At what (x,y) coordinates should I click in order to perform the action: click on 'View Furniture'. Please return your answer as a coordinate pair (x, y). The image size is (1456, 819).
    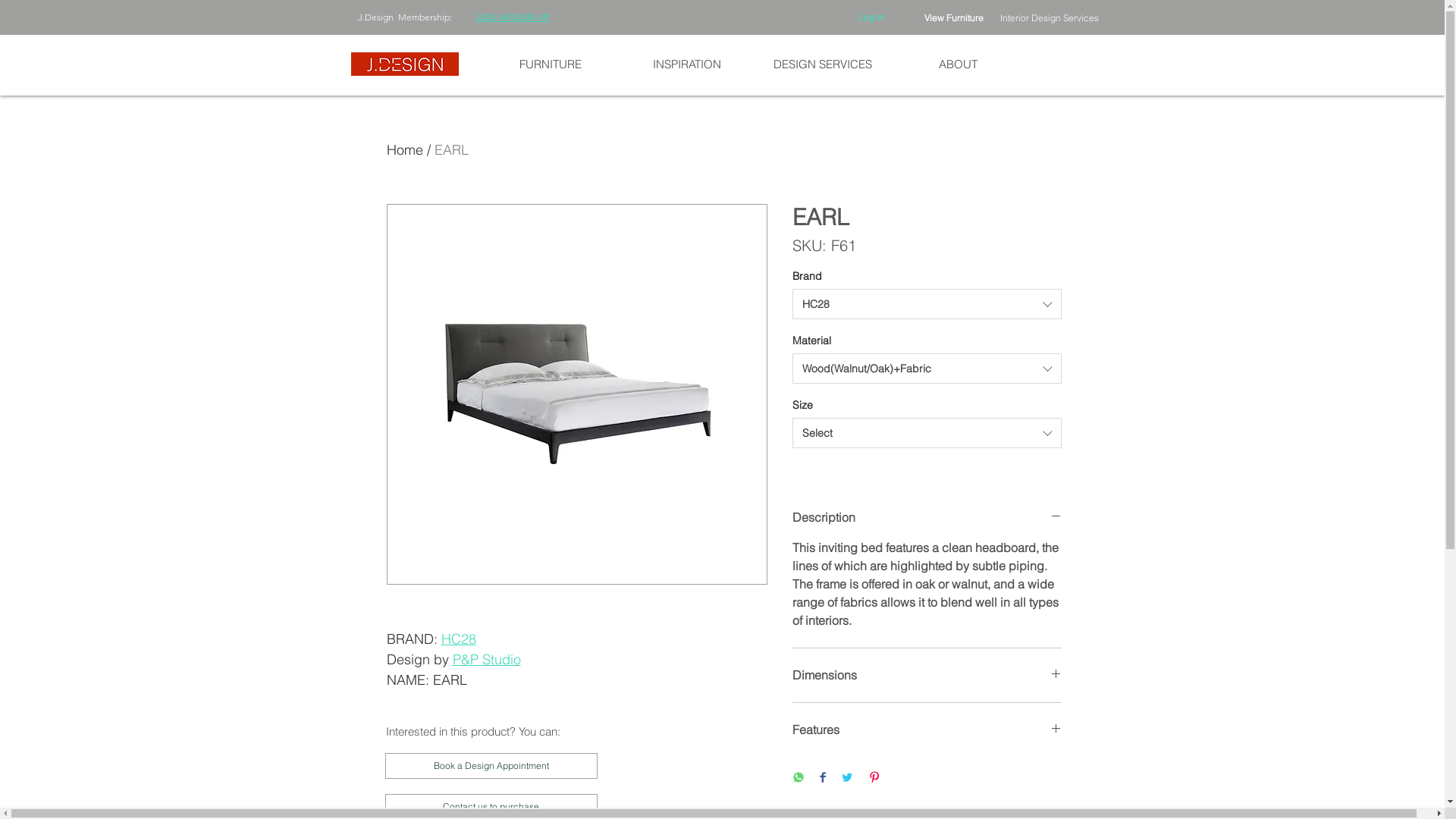
    Looking at the image, I should click on (952, 17).